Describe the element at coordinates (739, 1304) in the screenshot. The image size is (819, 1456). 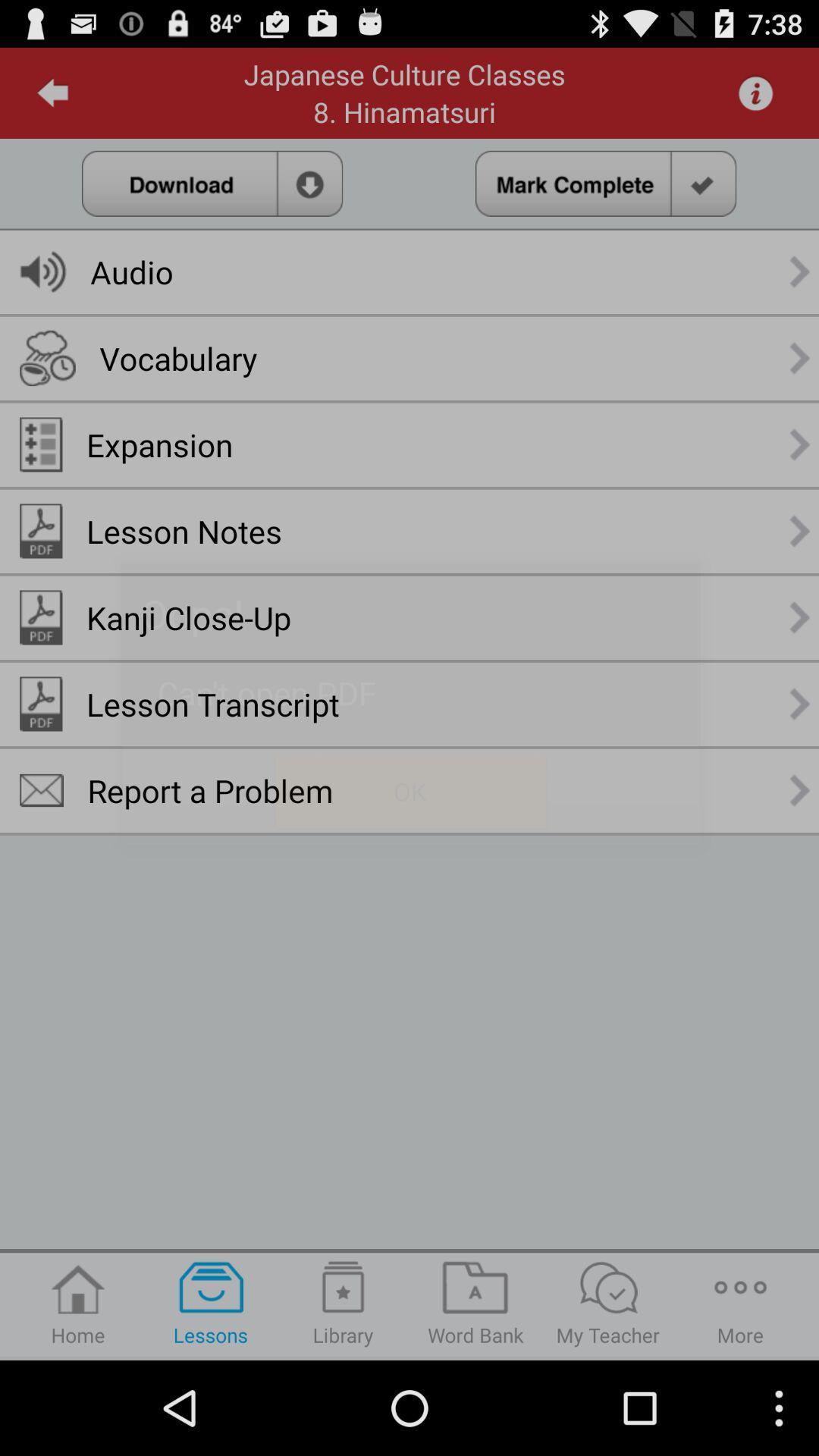
I see `the button next to my teacher` at that location.